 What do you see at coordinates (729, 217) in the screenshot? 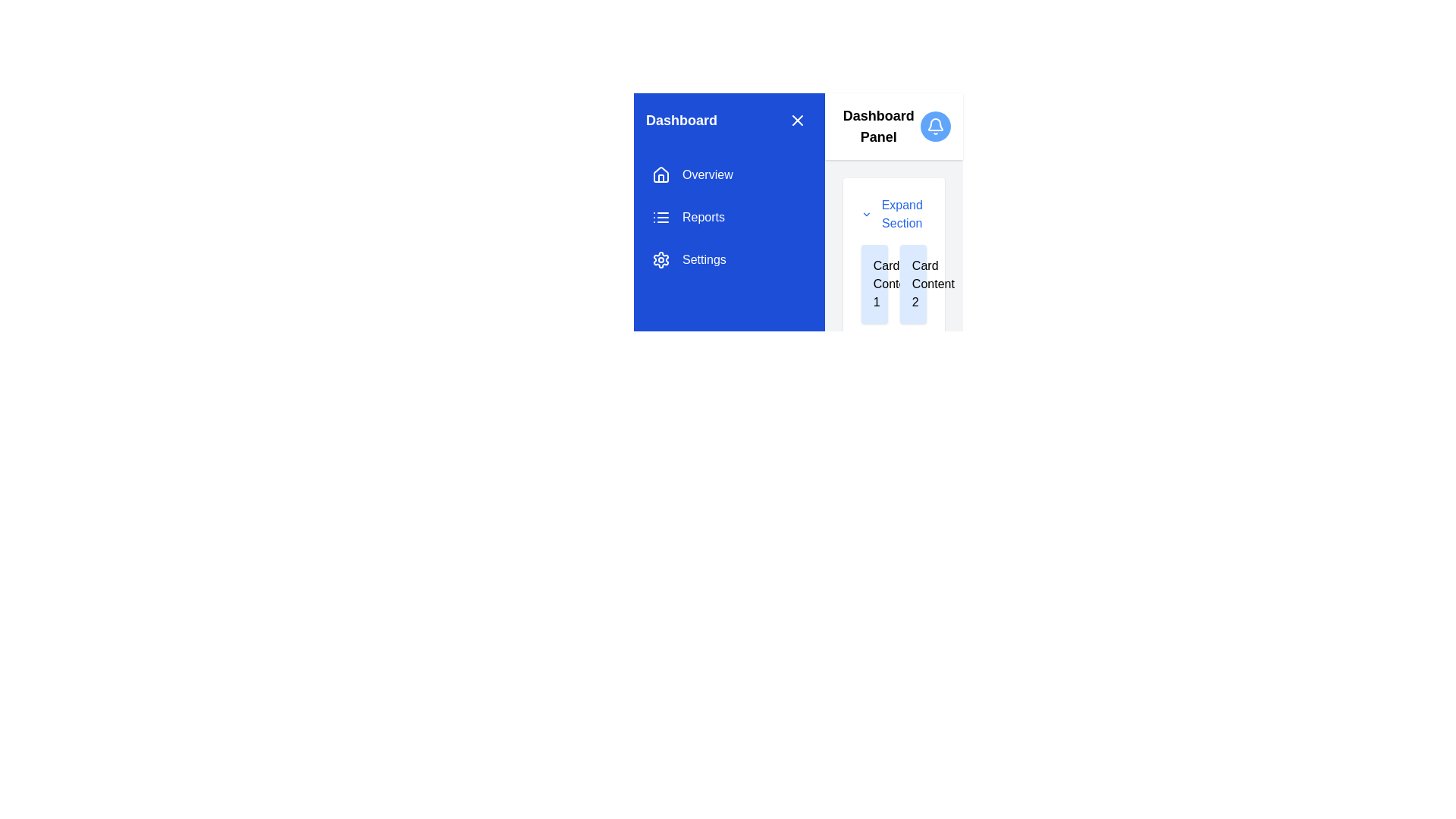
I see `labels of the vertical navigation group located on the left side of the interface, which contains 'Overview', 'Reports', and 'Settings'` at bounding box center [729, 217].